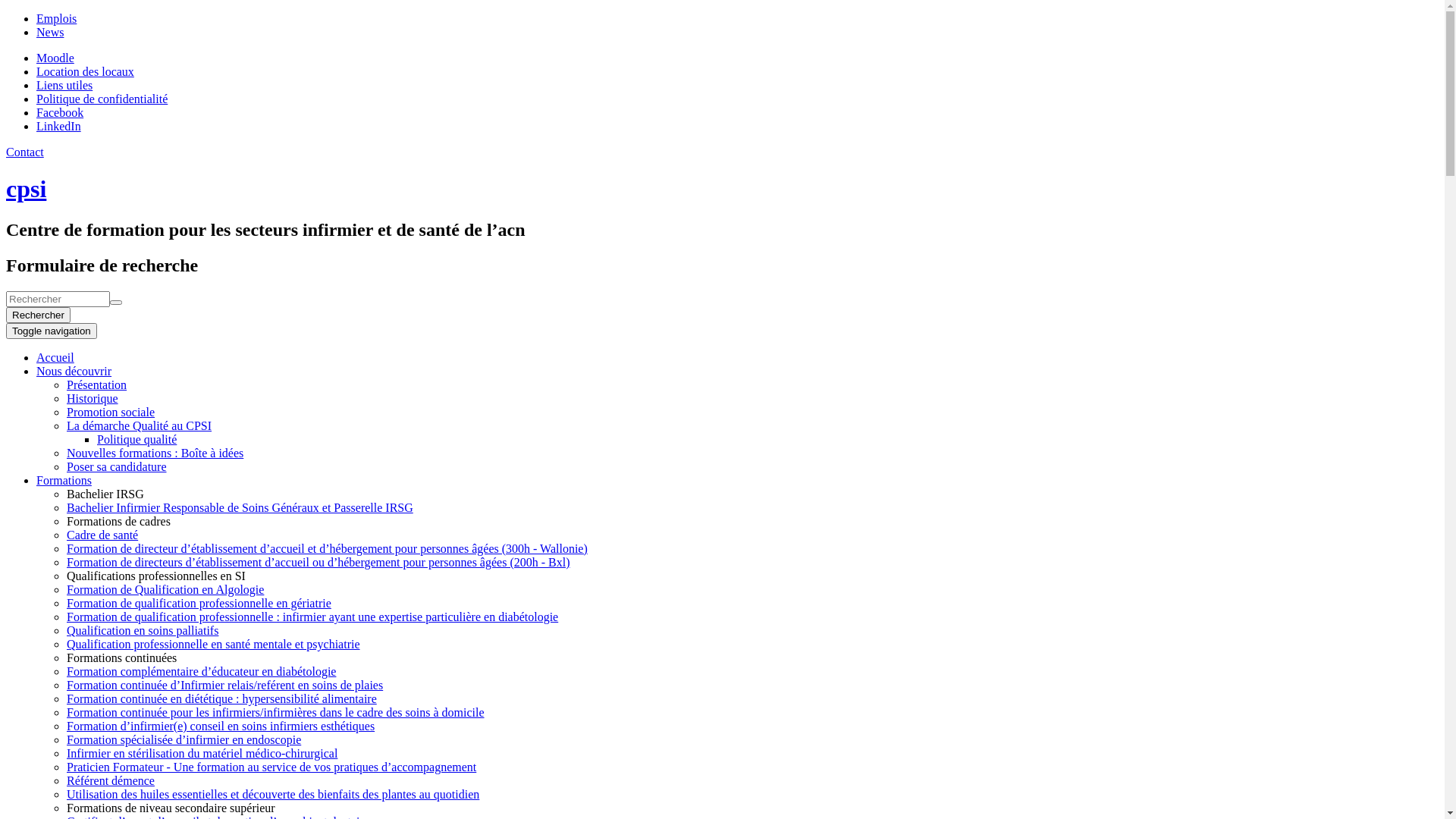 The height and width of the screenshot is (819, 1456). What do you see at coordinates (65, 412) in the screenshot?
I see `'Promotion sociale'` at bounding box center [65, 412].